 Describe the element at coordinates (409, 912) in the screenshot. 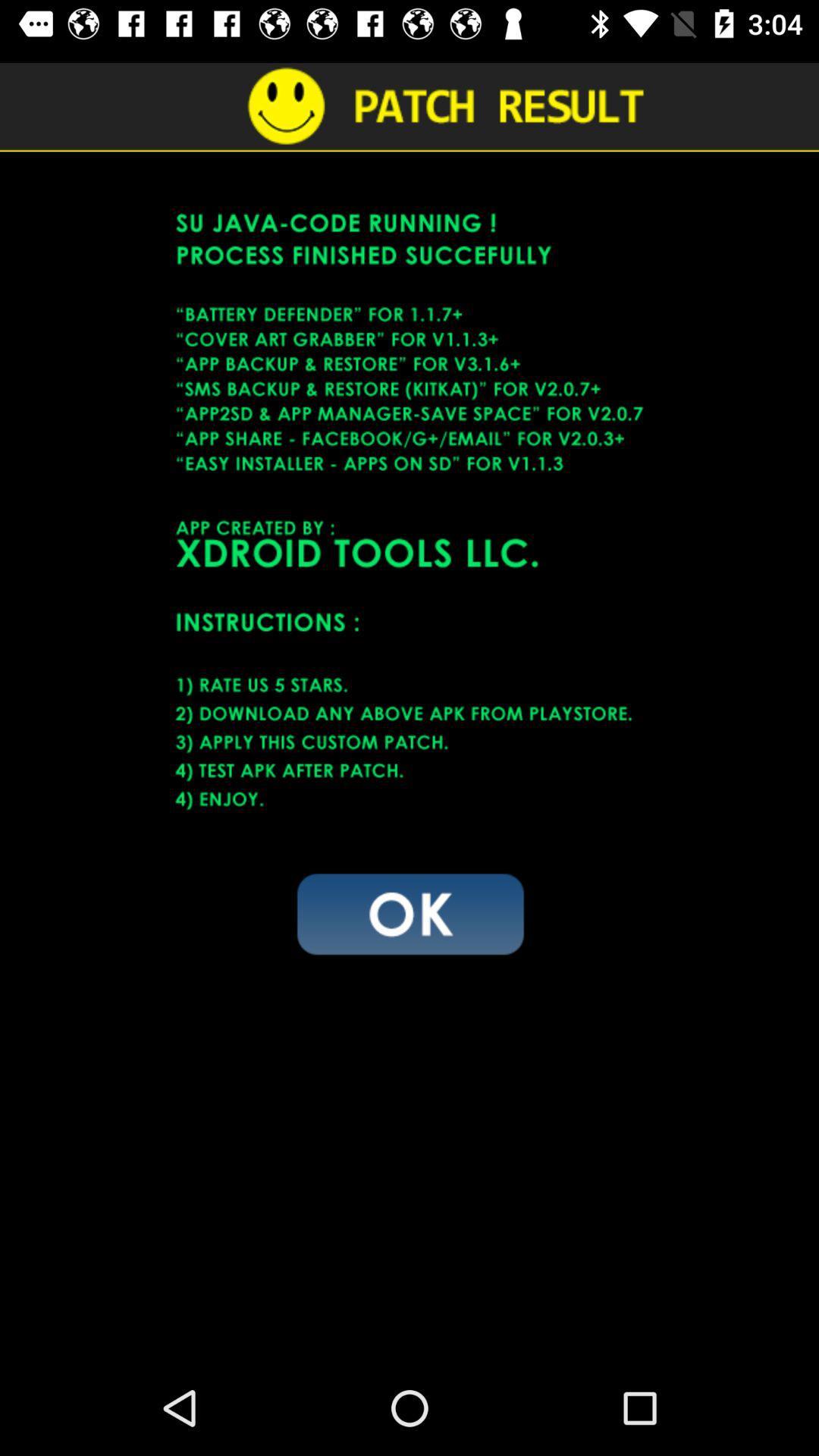

I see `press ok` at that location.